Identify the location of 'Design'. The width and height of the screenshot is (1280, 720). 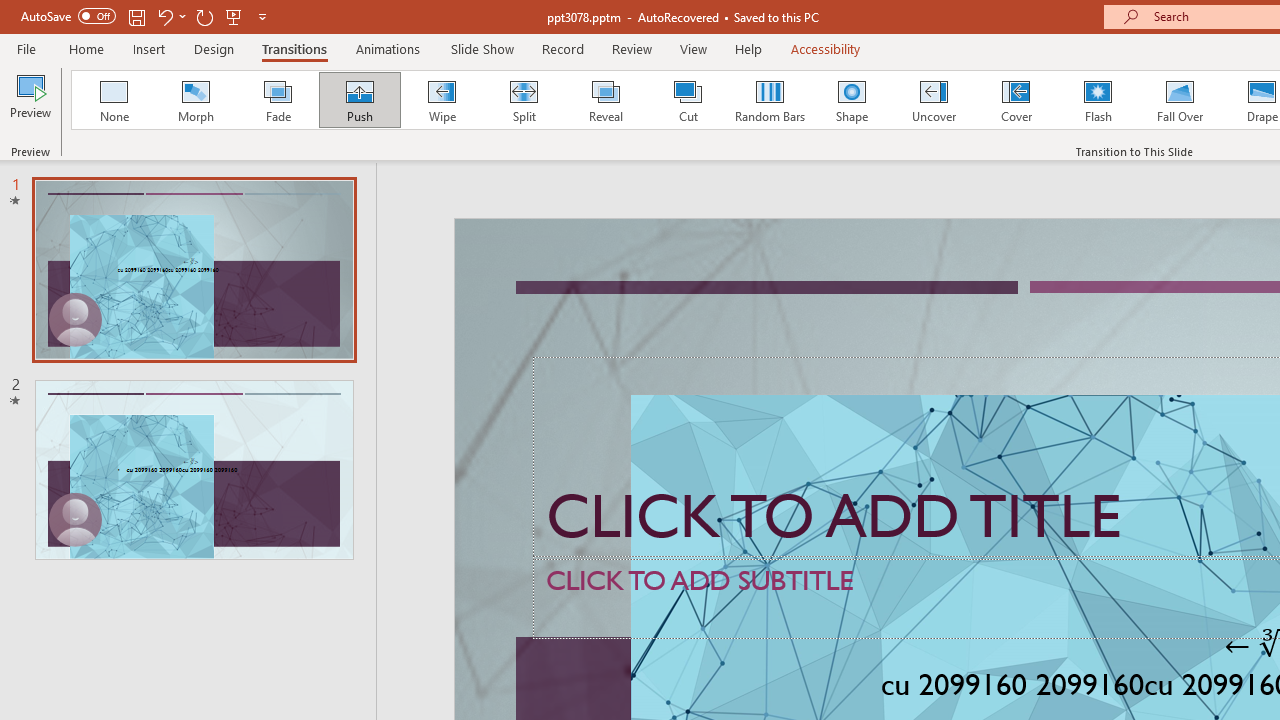
(214, 48).